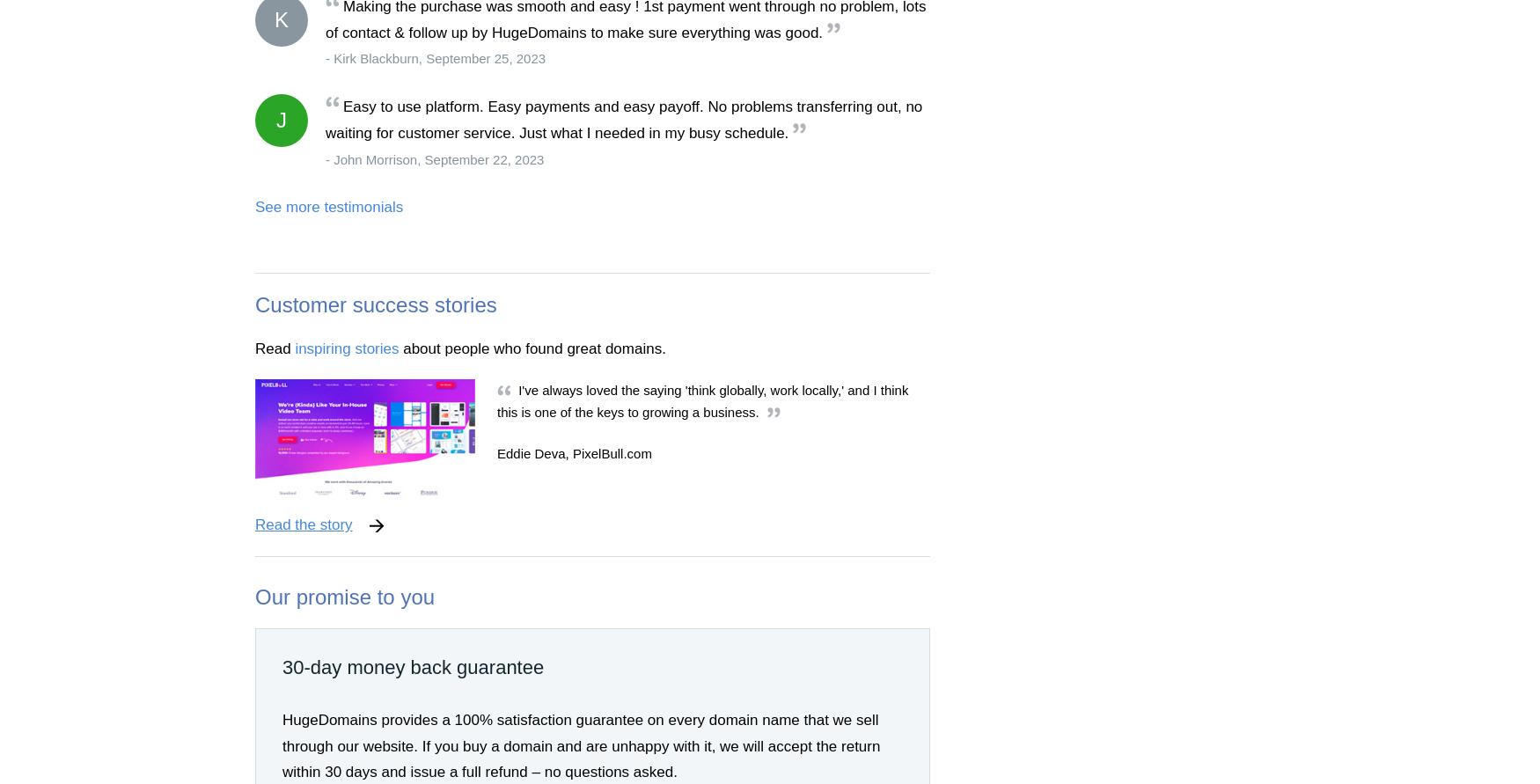 Image resolution: width=1540 pixels, height=784 pixels. I want to click on 'J', so click(282, 119).